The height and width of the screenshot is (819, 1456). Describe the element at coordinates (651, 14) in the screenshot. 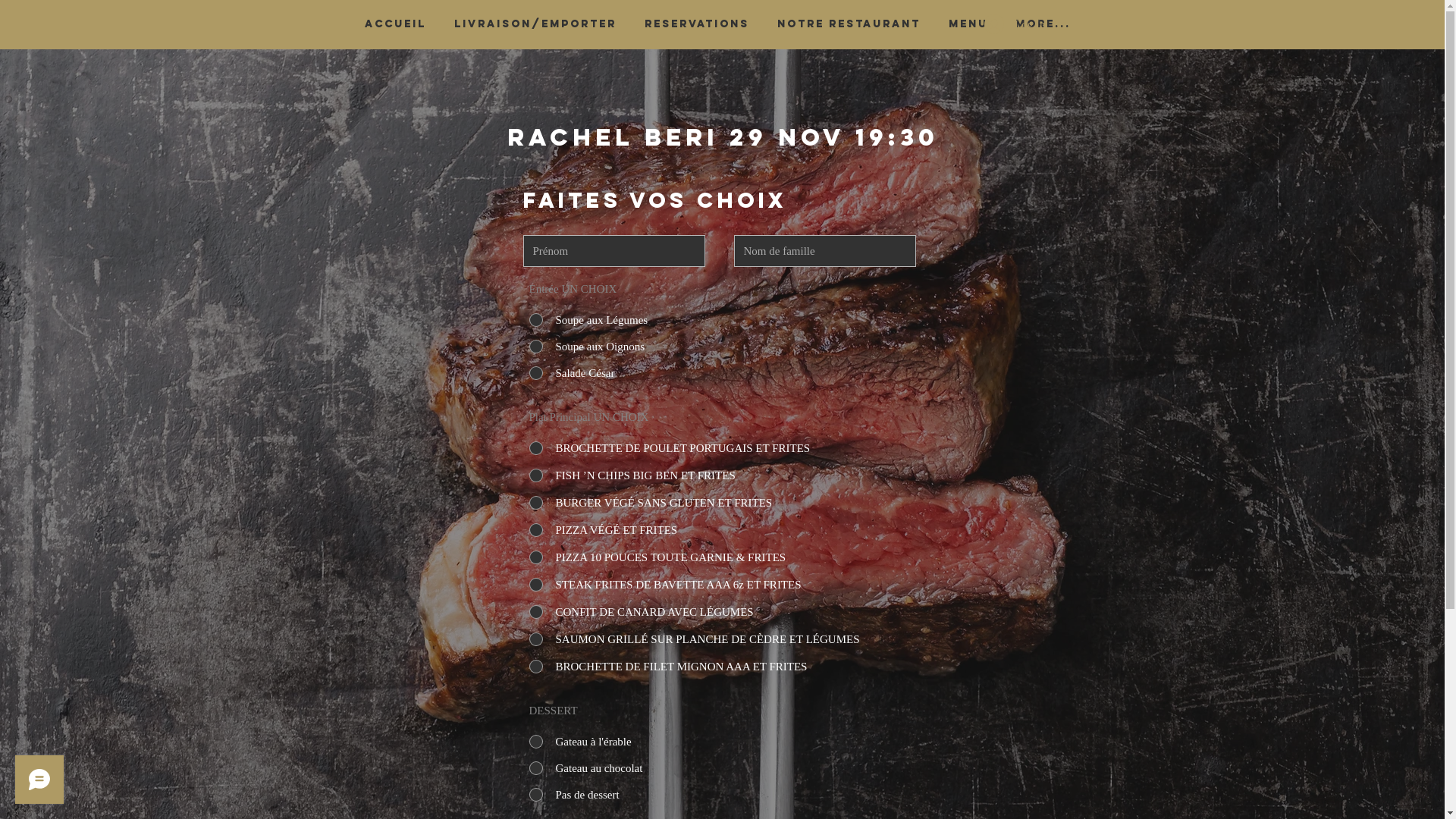

I see `'Conversion Popup'` at that location.